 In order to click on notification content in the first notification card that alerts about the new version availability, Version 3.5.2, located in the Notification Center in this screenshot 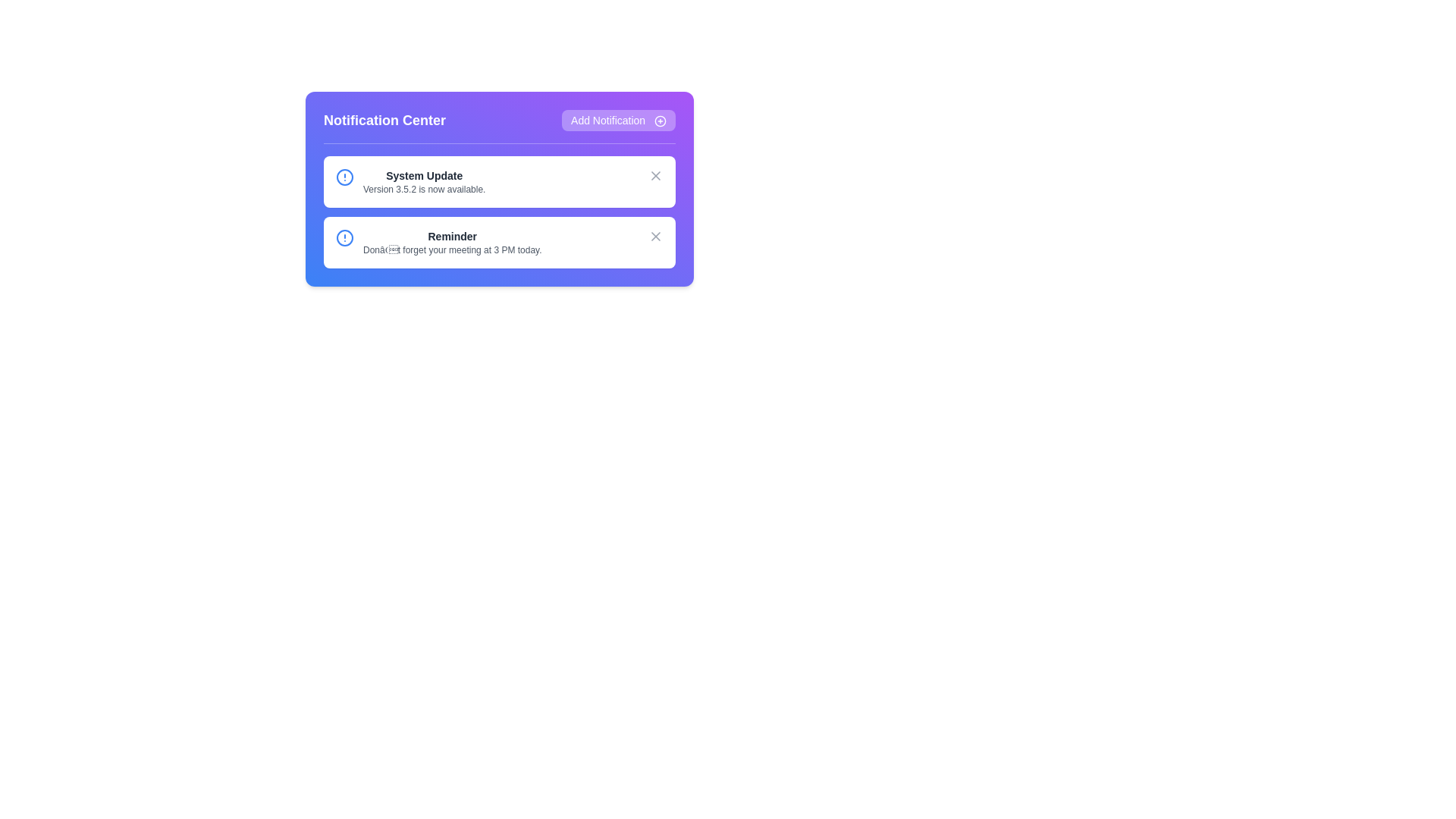, I will do `click(424, 180)`.